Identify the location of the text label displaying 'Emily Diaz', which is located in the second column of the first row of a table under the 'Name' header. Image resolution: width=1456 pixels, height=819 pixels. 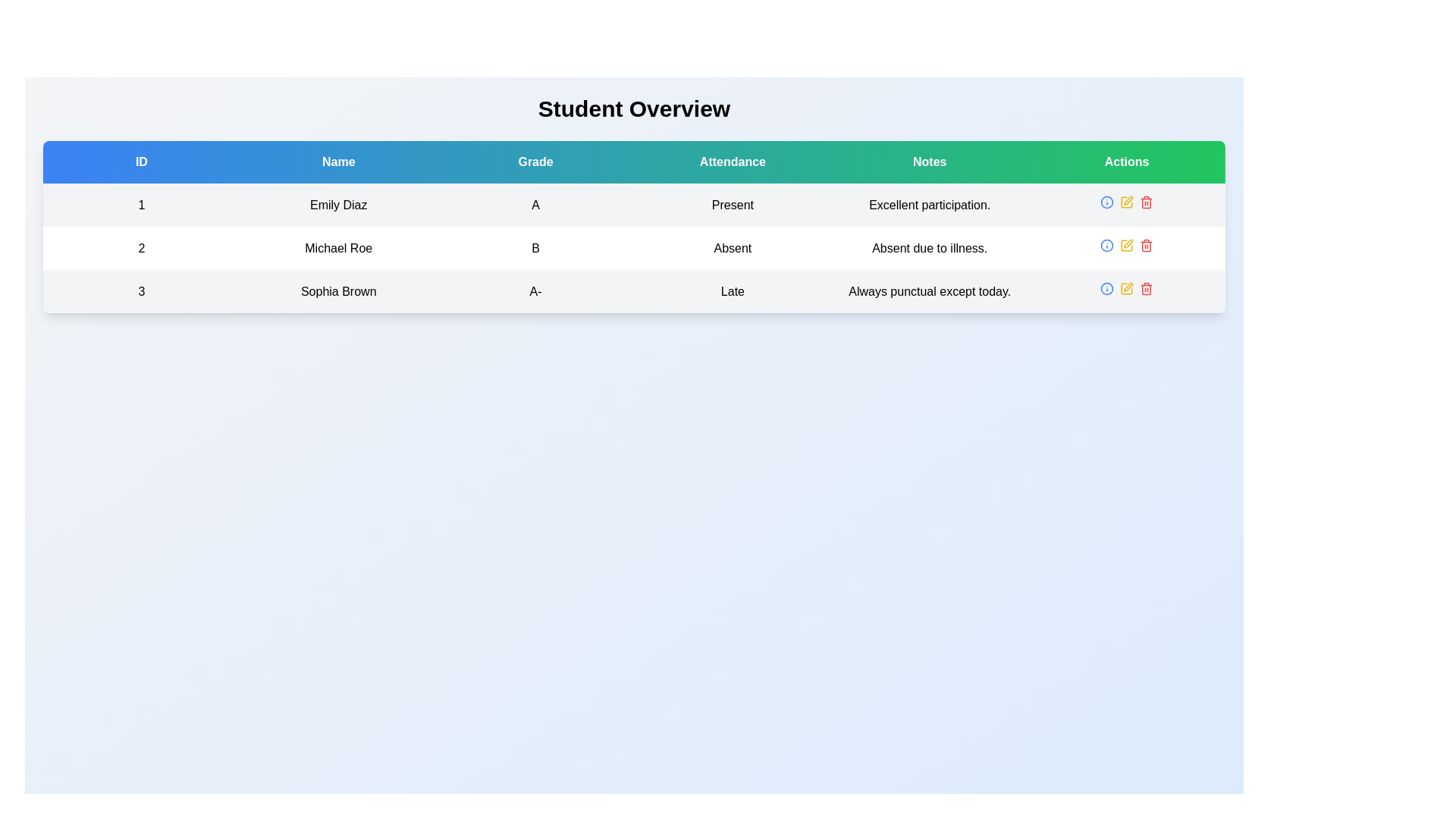
(337, 205).